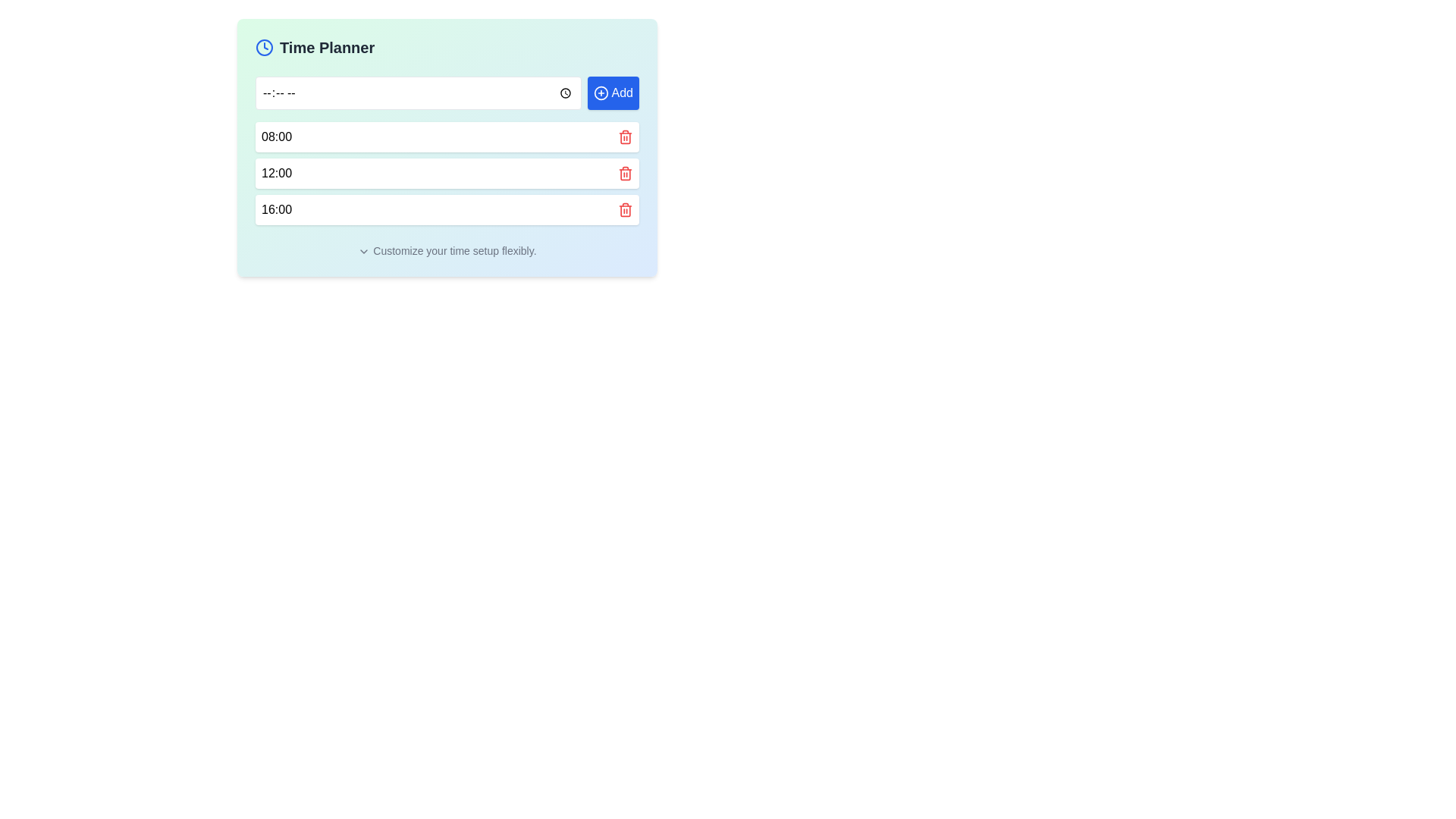 The image size is (1456, 819). What do you see at coordinates (265, 46) in the screenshot?
I see `the decorative icon associated with the 'Time Planner' heading, positioned to the left of the text 'Time Planner'` at bounding box center [265, 46].